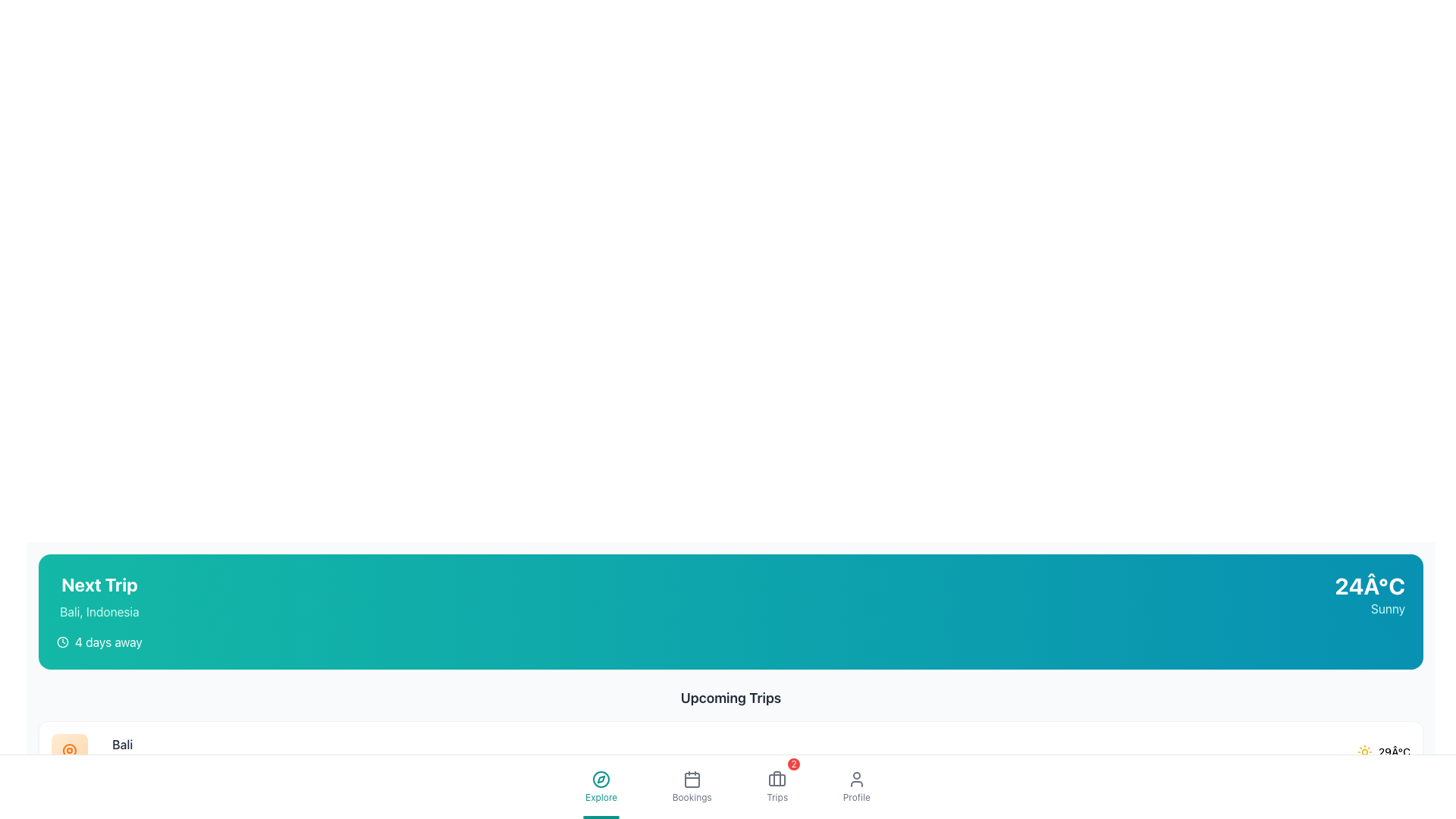 The image size is (1456, 819). What do you see at coordinates (793, 764) in the screenshot?
I see `the notification badge located at the top-right corner of the 'Trips' icon in the bottom navigation bar` at bounding box center [793, 764].